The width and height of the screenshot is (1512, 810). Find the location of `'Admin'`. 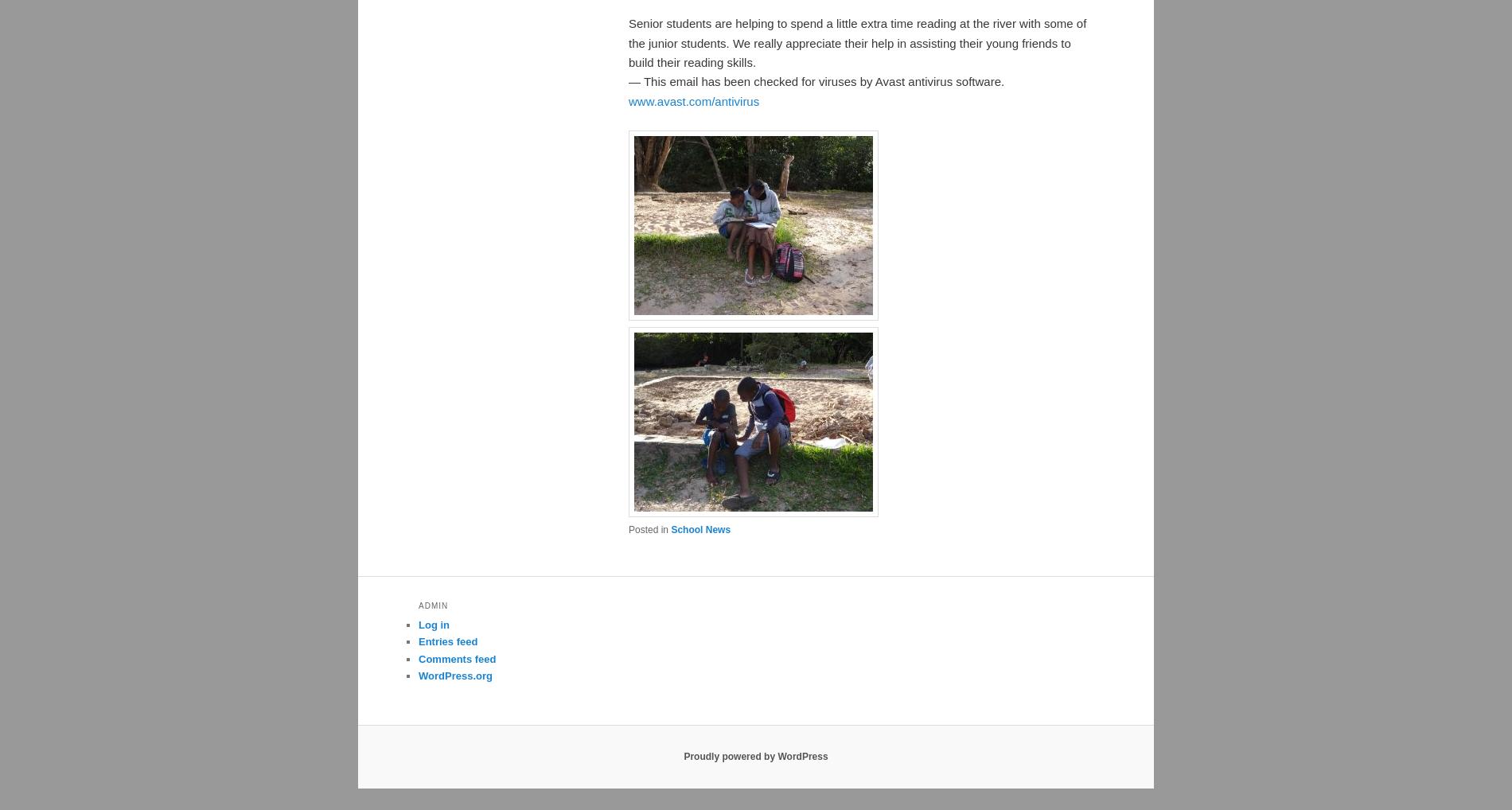

'Admin' is located at coordinates (433, 605).